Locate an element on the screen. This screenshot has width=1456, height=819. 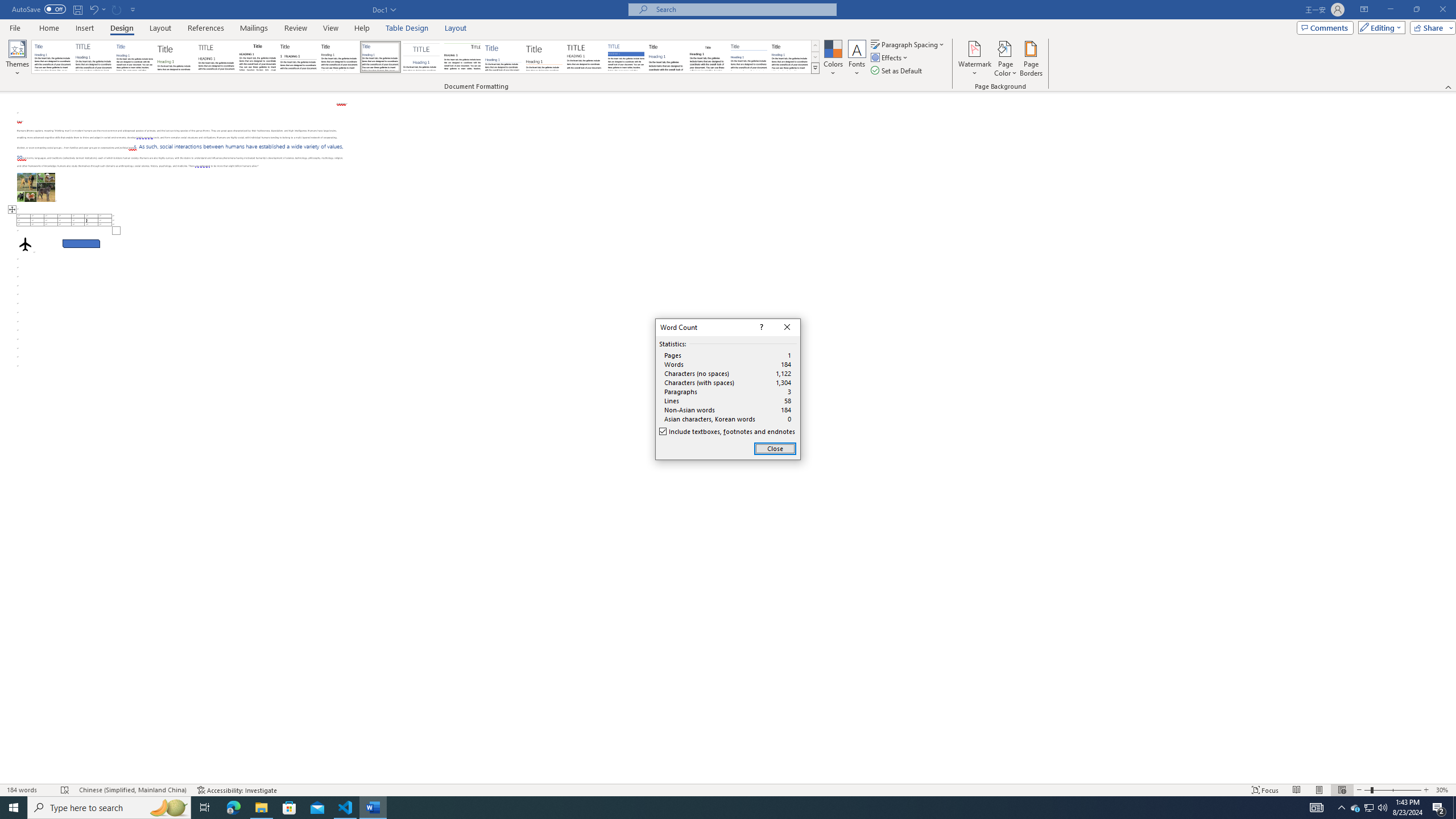
'Themes' is located at coordinates (16, 59).